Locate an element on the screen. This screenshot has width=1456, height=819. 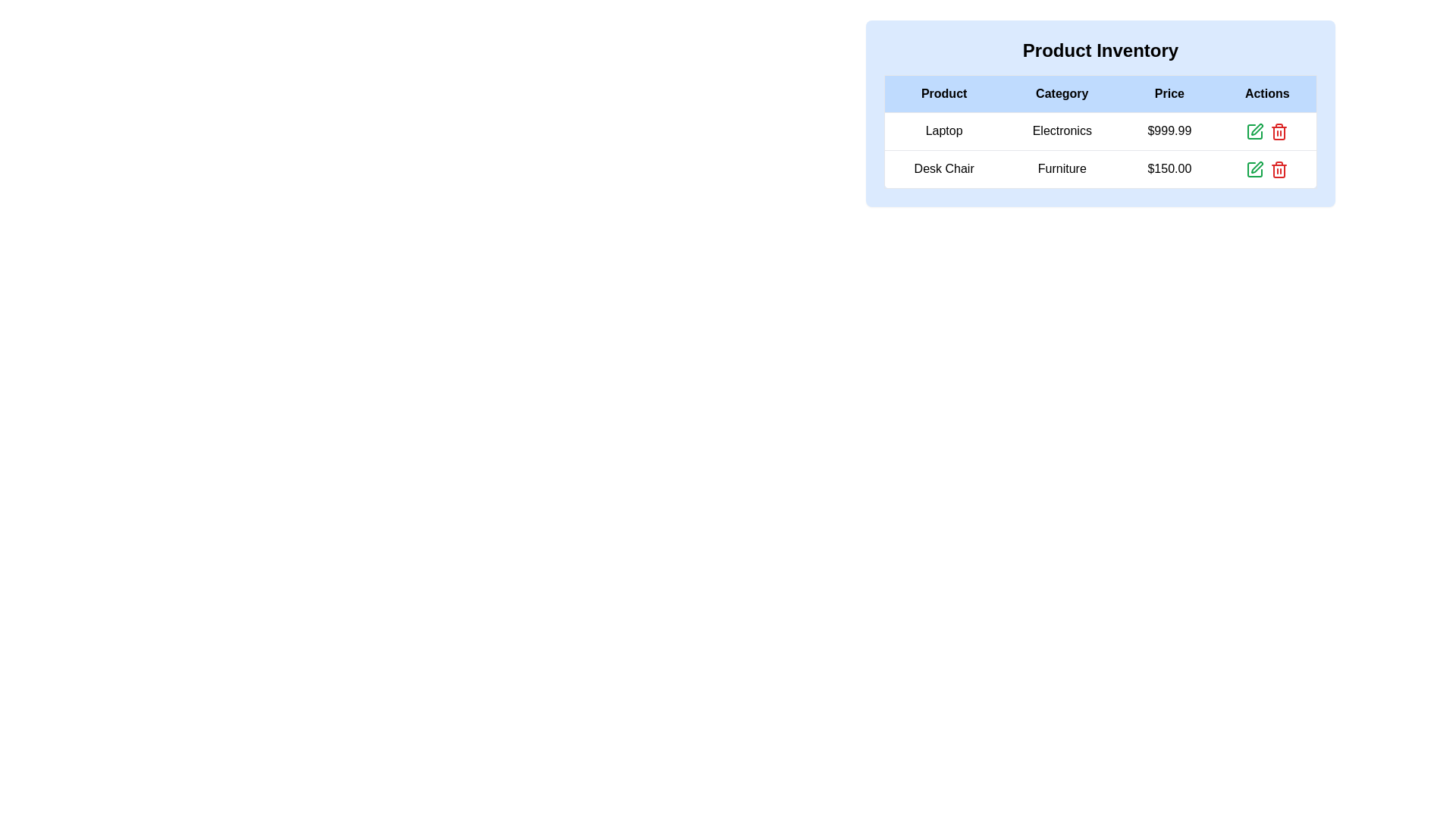
the edit button with an icon located in the 'Actions' column of the second row for the entry 'Desk Chair' is located at coordinates (1255, 130).